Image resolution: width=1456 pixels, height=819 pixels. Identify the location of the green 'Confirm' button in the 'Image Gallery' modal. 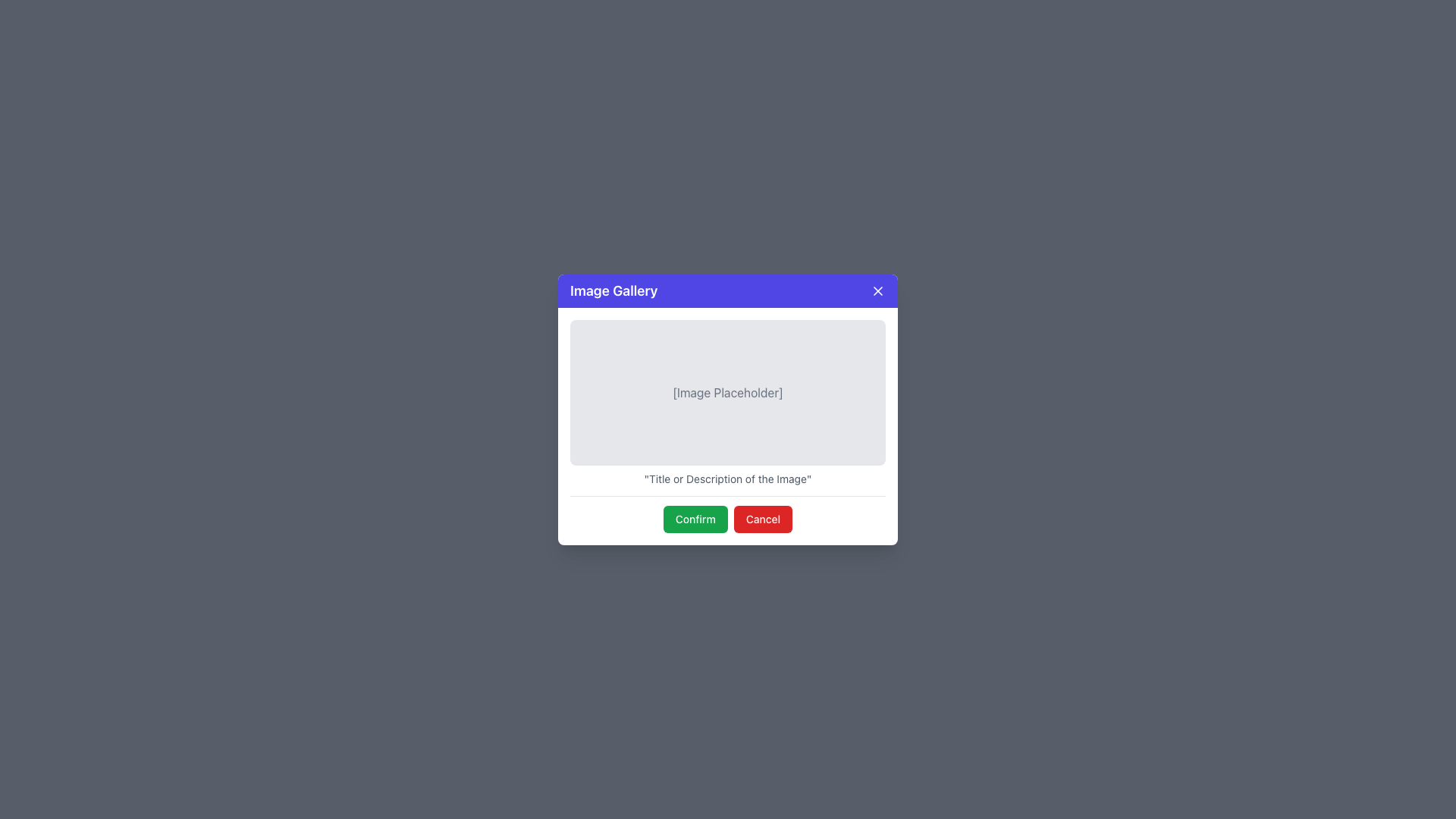
(695, 518).